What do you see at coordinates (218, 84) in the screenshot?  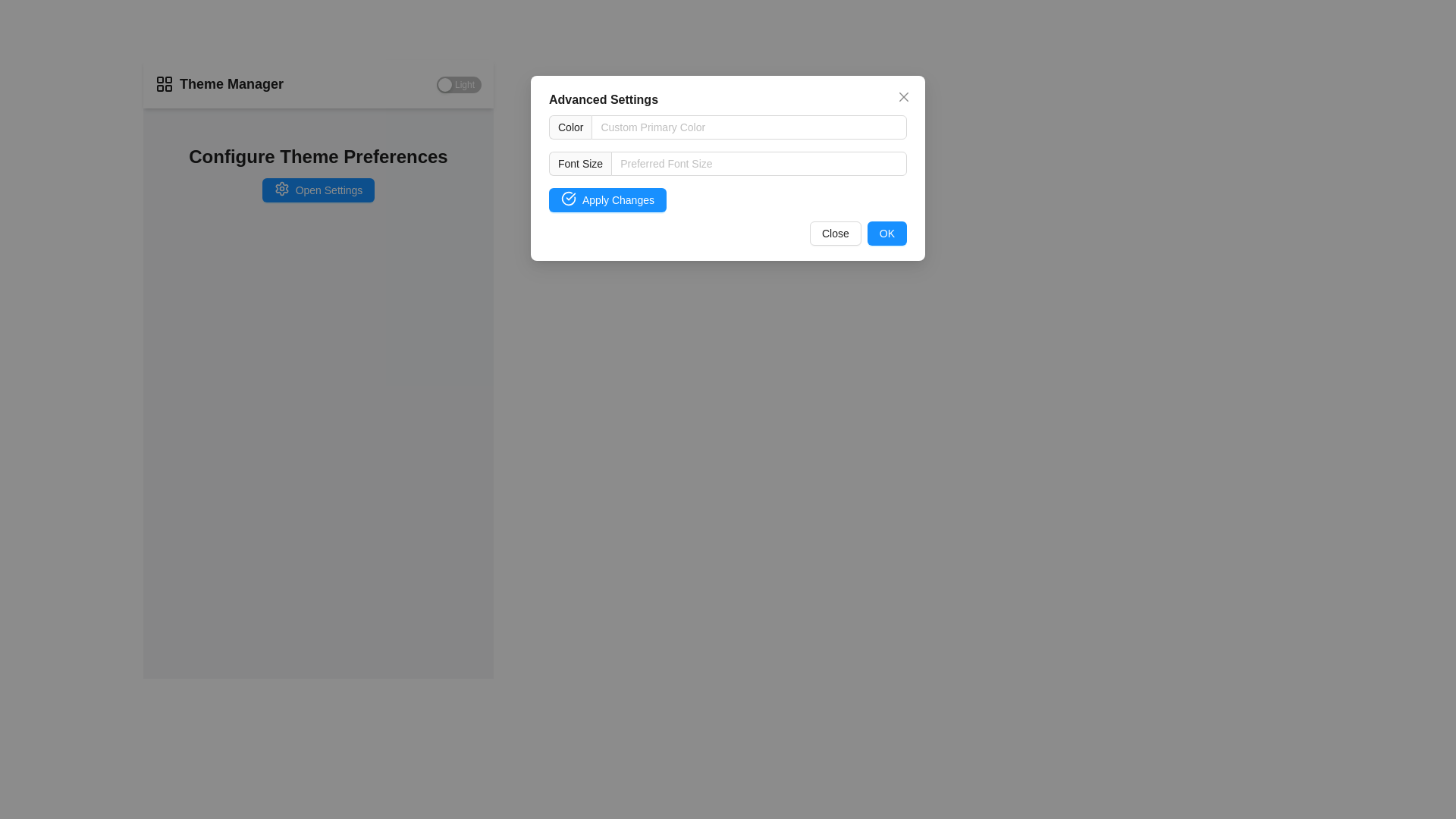 I see `the 'Theme Manager' header title with the grid layout icon, which is located in the top-left section of the header bar` at bounding box center [218, 84].